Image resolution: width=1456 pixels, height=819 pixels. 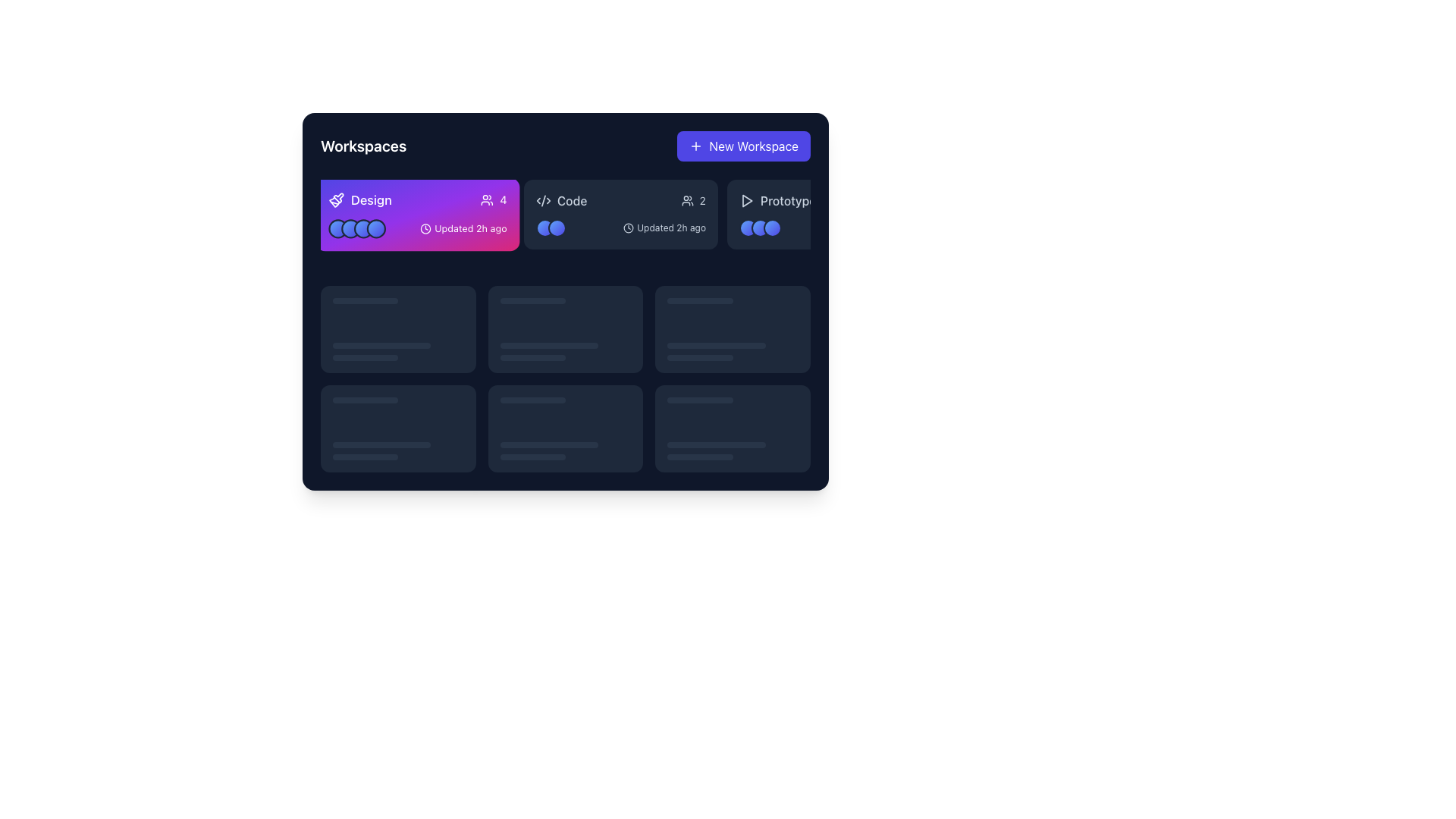 I want to click on the leftmost icon in the 'Code' group, which represents programming or coding functionality, so click(x=543, y=200).